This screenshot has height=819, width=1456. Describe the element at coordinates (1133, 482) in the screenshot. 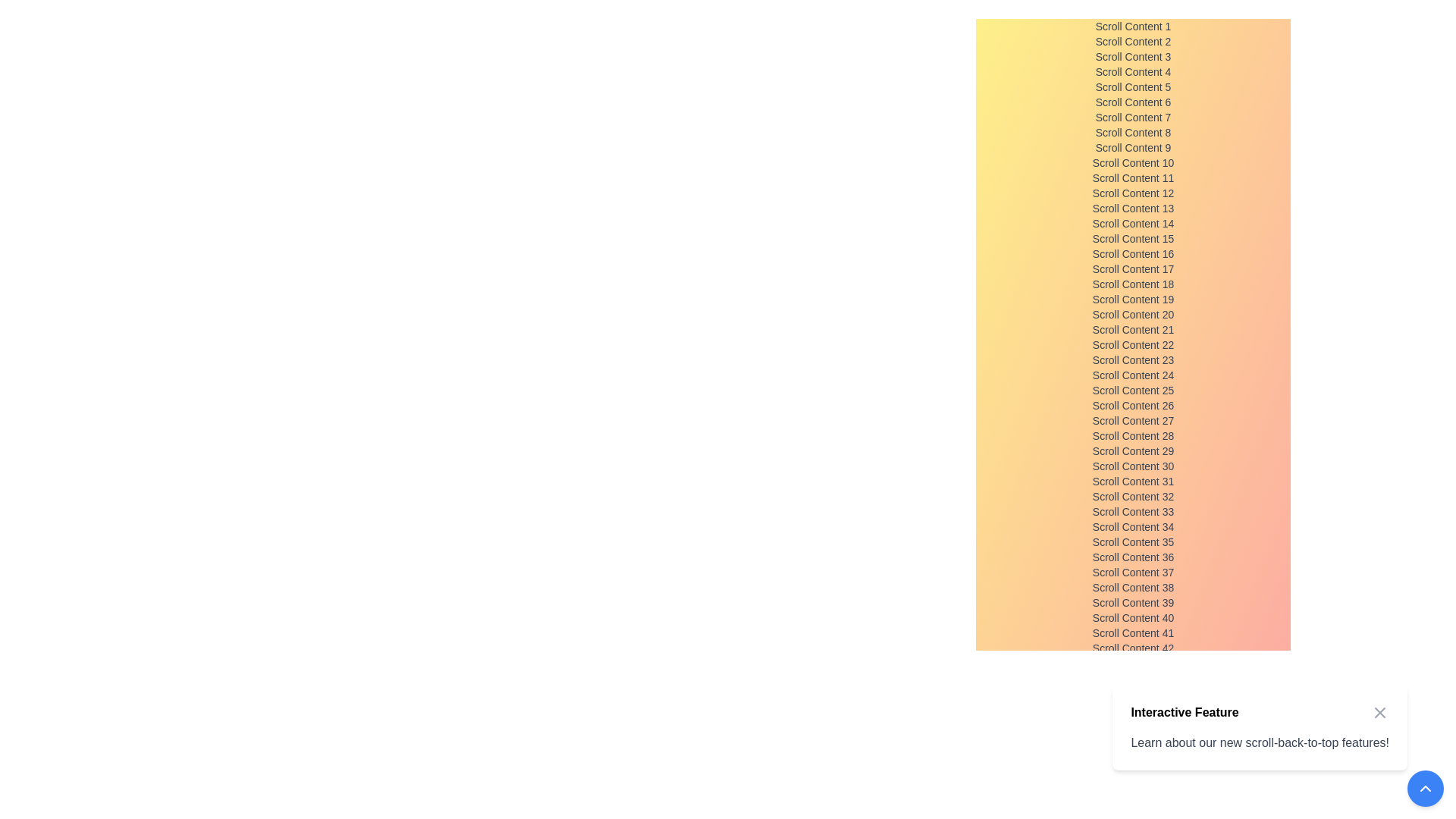

I see `the text label reading 'Scroll Content 31' which is positioned in the lower middle section of a vertically stacked list of similar labels` at that location.